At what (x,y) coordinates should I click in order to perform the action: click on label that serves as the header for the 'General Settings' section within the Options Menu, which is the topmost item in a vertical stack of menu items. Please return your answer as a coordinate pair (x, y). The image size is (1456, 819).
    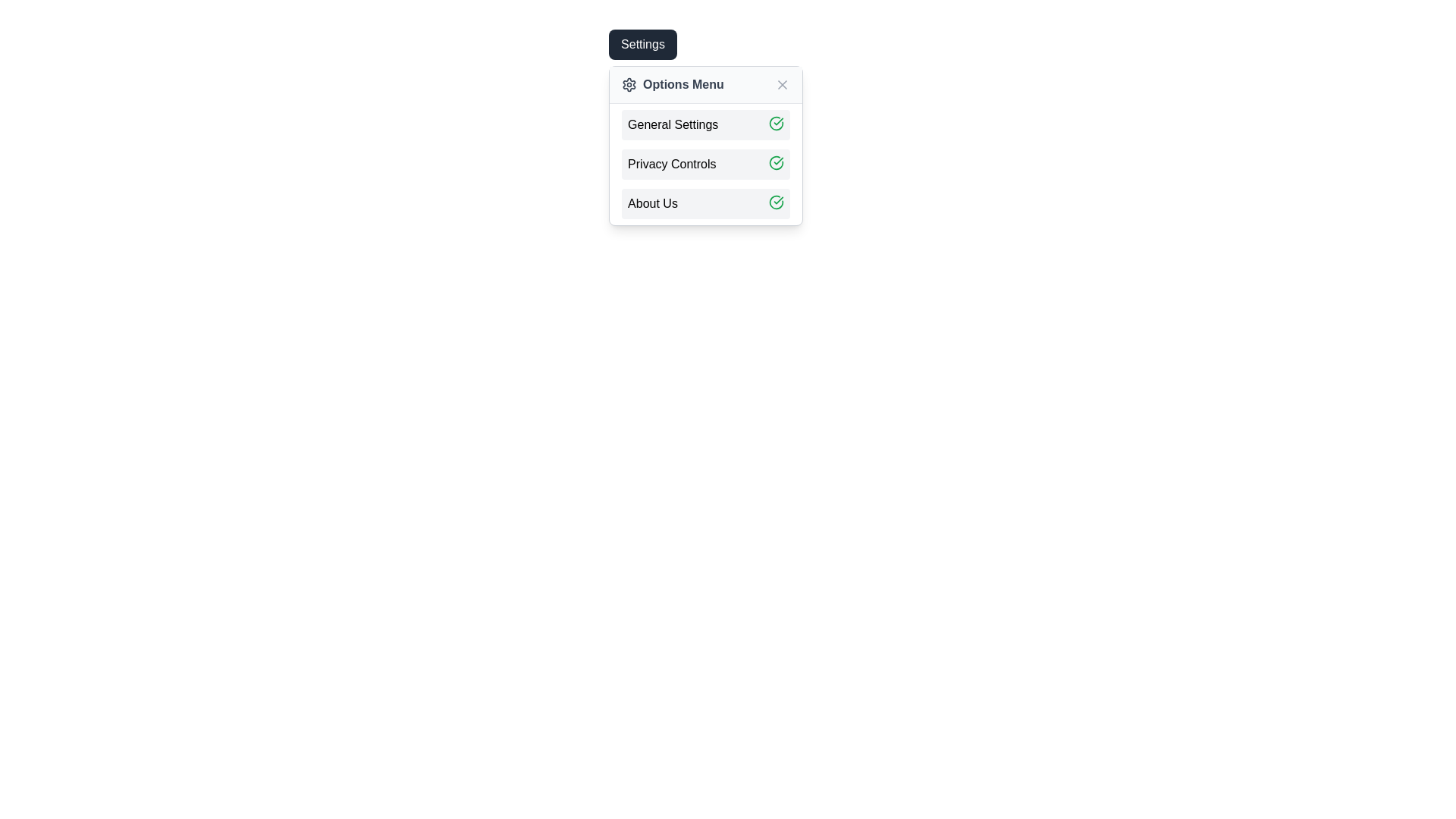
    Looking at the image, I should click on (672, 124).